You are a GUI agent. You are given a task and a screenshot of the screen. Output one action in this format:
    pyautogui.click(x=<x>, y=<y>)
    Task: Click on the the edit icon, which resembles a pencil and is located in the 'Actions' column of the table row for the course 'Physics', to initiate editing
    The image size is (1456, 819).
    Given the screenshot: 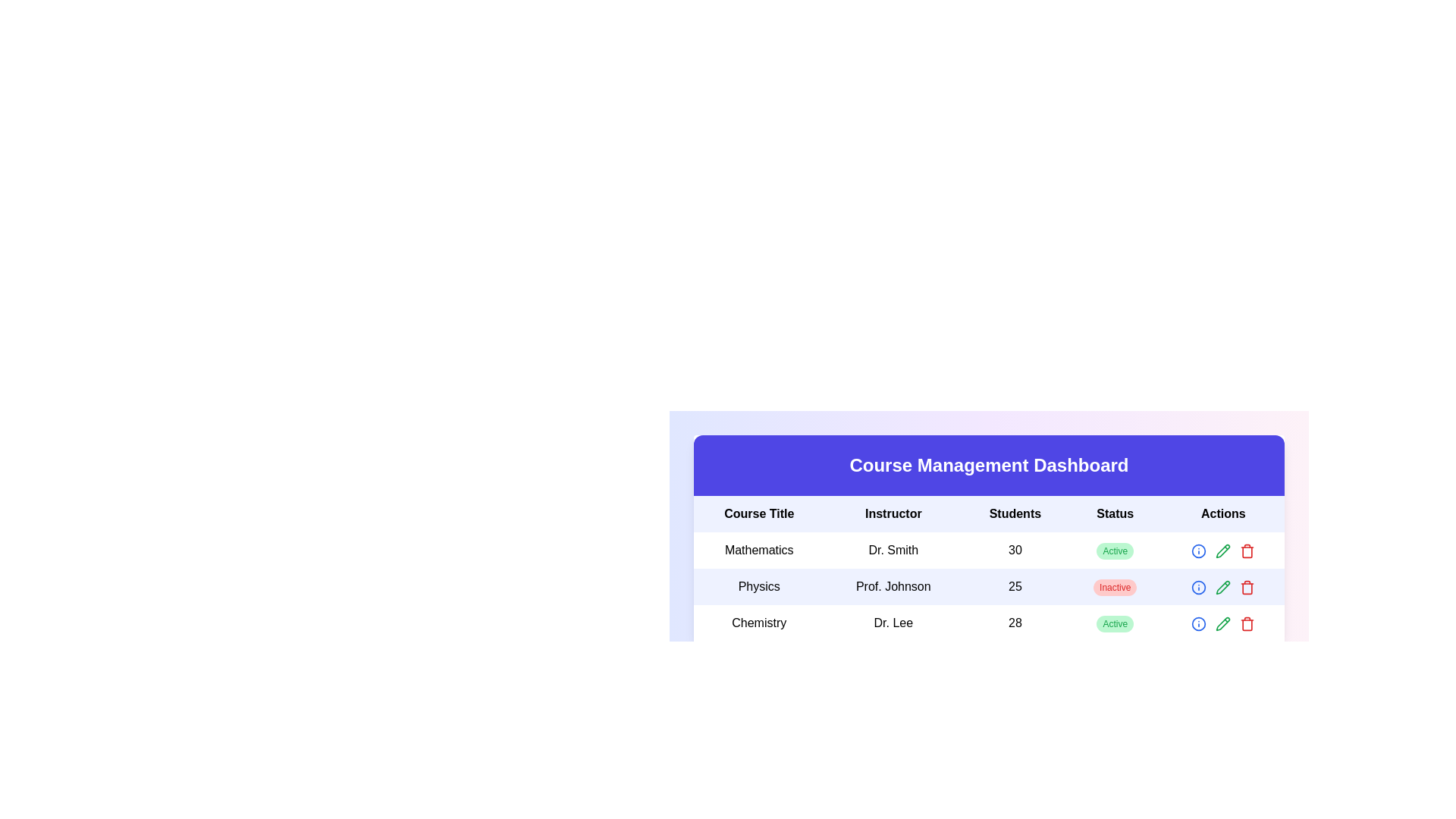 What is the action you would take?
    pyautogui.click(x=1223, y=586)
    